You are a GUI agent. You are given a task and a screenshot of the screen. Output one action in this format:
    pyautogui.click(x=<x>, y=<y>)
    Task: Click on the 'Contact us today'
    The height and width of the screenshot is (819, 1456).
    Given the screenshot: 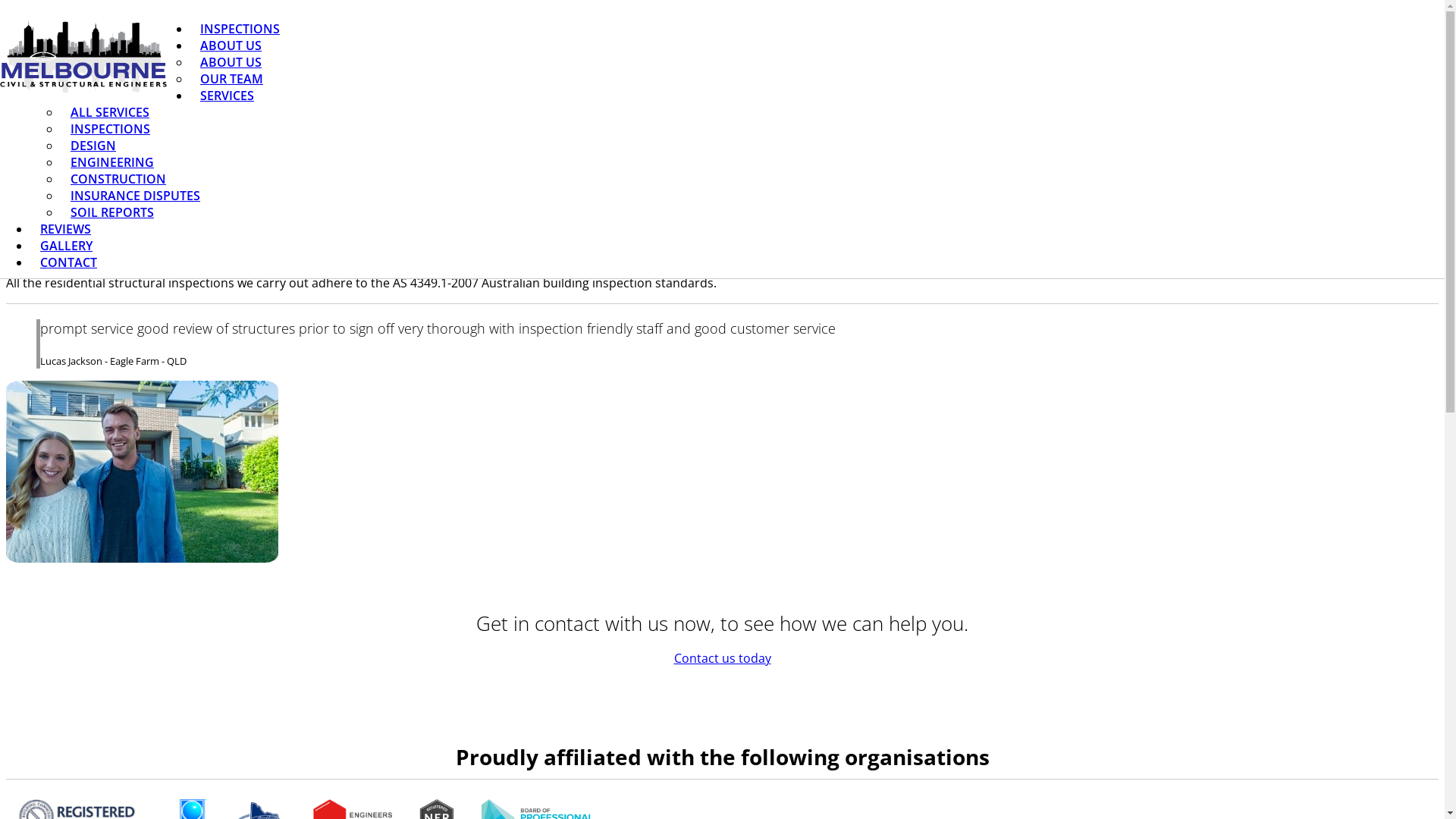 What is the action you would take?
    pyautogui.click(x=673, y=657)
    